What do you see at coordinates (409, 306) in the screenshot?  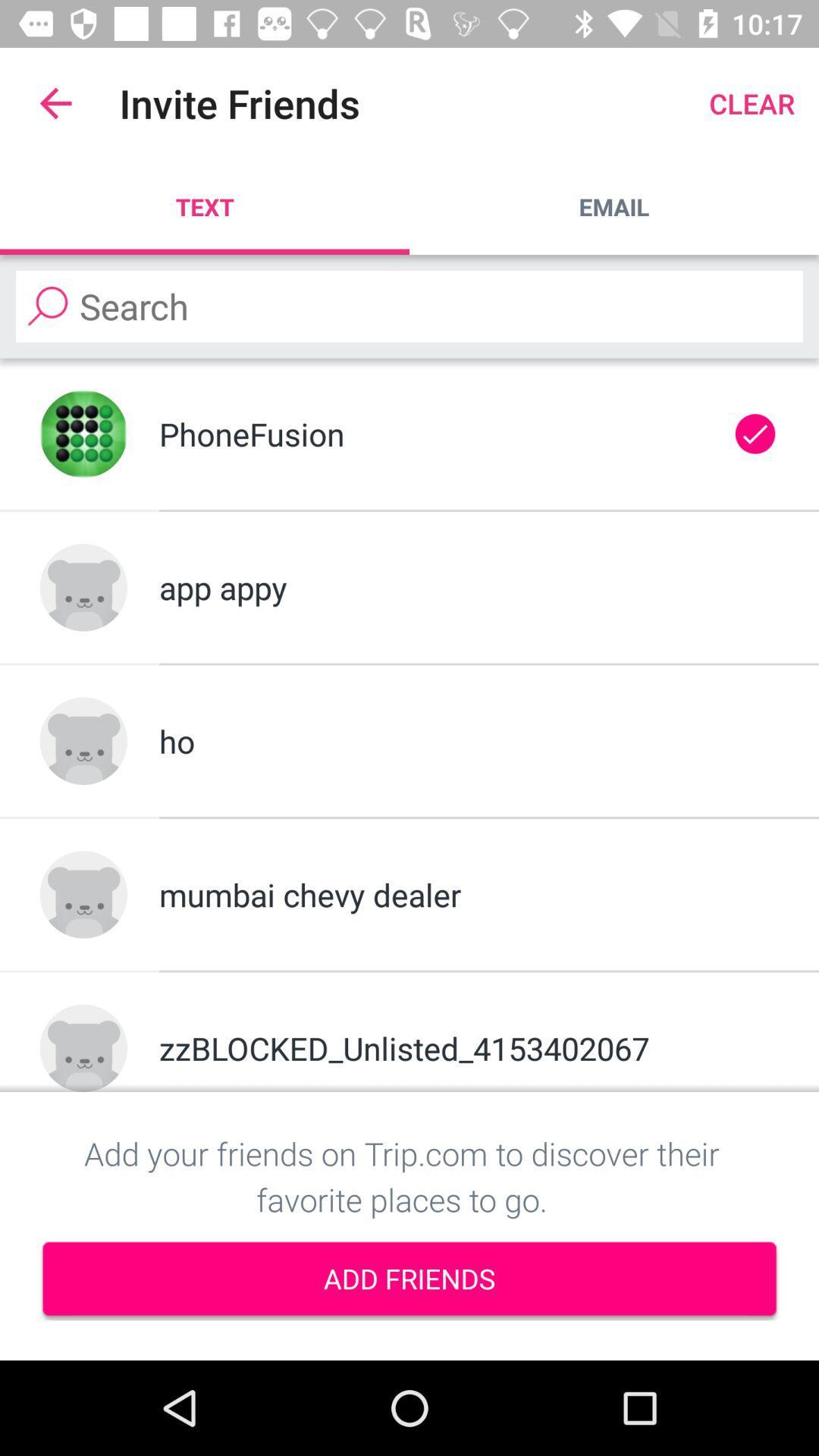 I see `search bar` at bounding box center [409, 306].